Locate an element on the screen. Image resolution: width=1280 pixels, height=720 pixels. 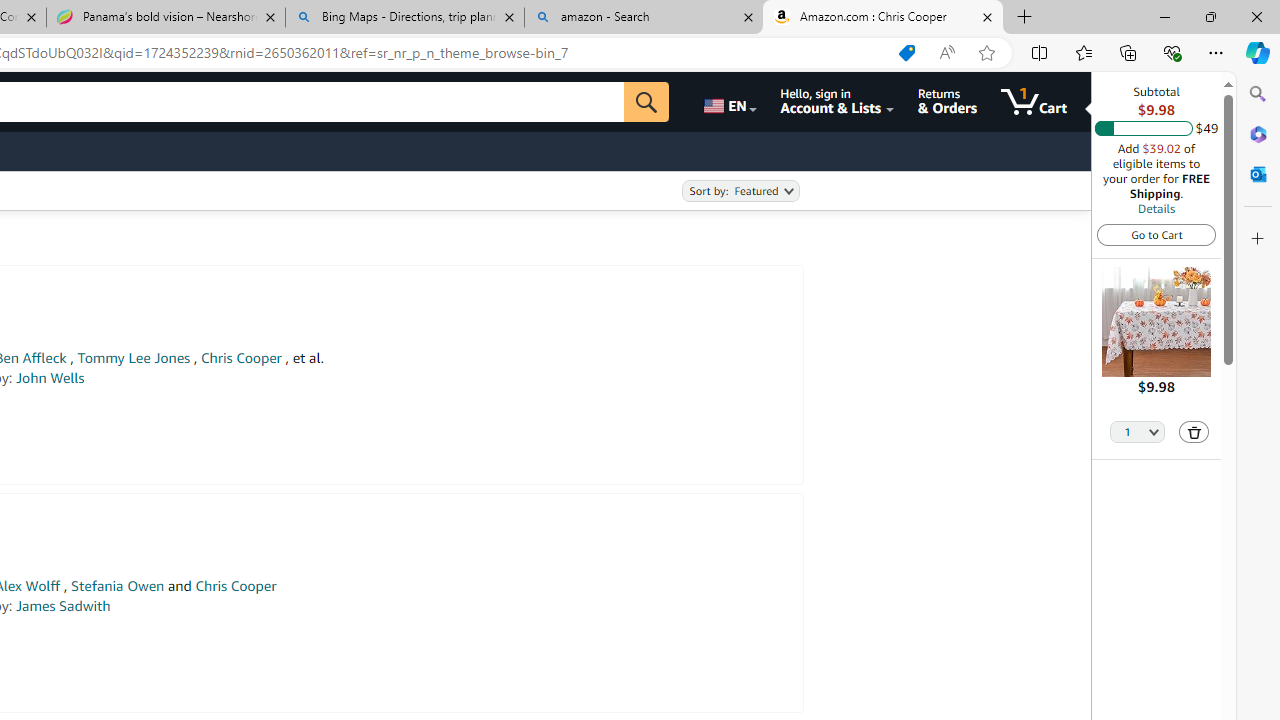
'Hello, sign in Account & Lists' is located at coordinates (837, 101).